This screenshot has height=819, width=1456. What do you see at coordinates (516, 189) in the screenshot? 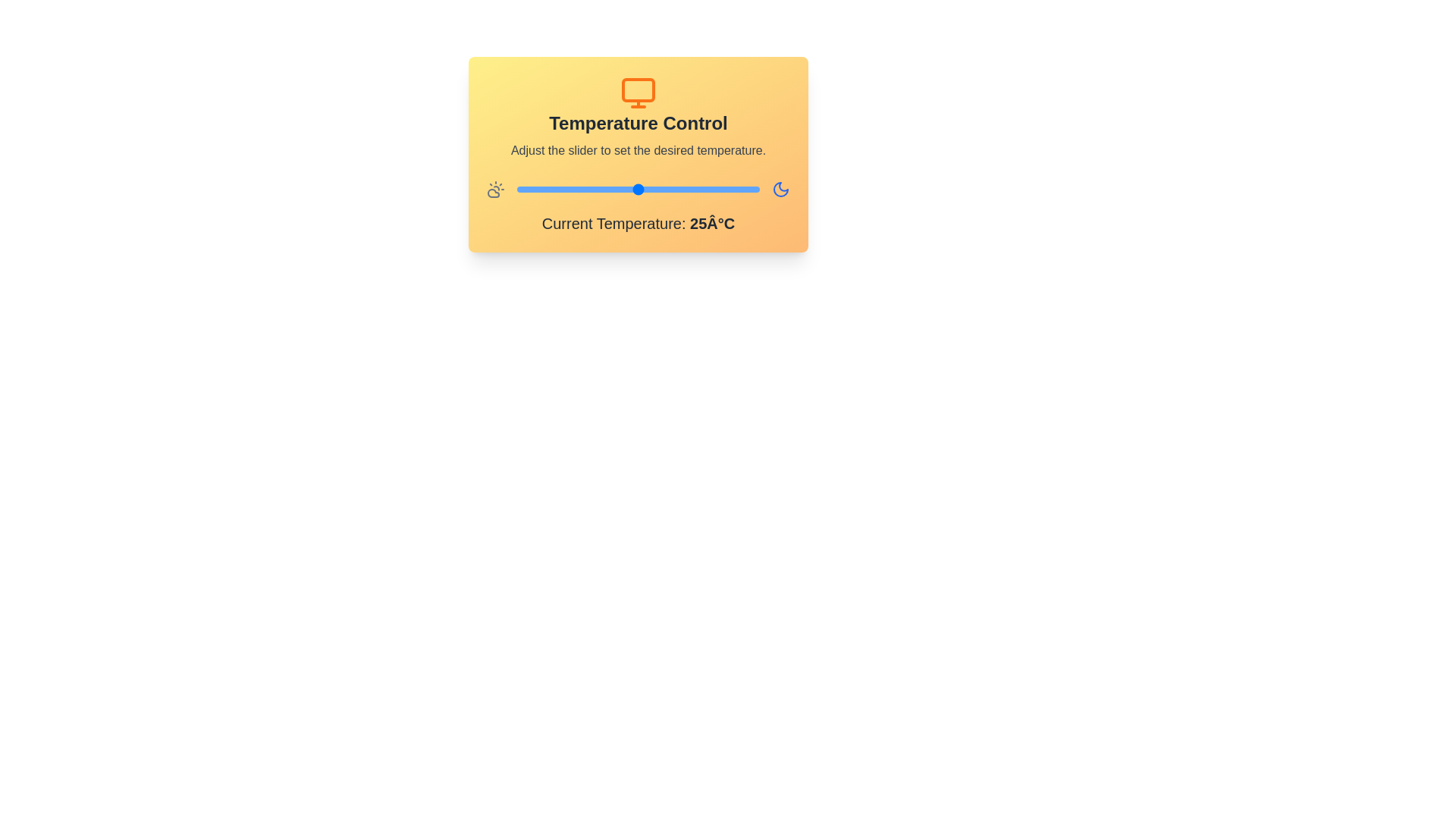
I see `the temperature slider to 10°C` at bounding box center [516, 189].